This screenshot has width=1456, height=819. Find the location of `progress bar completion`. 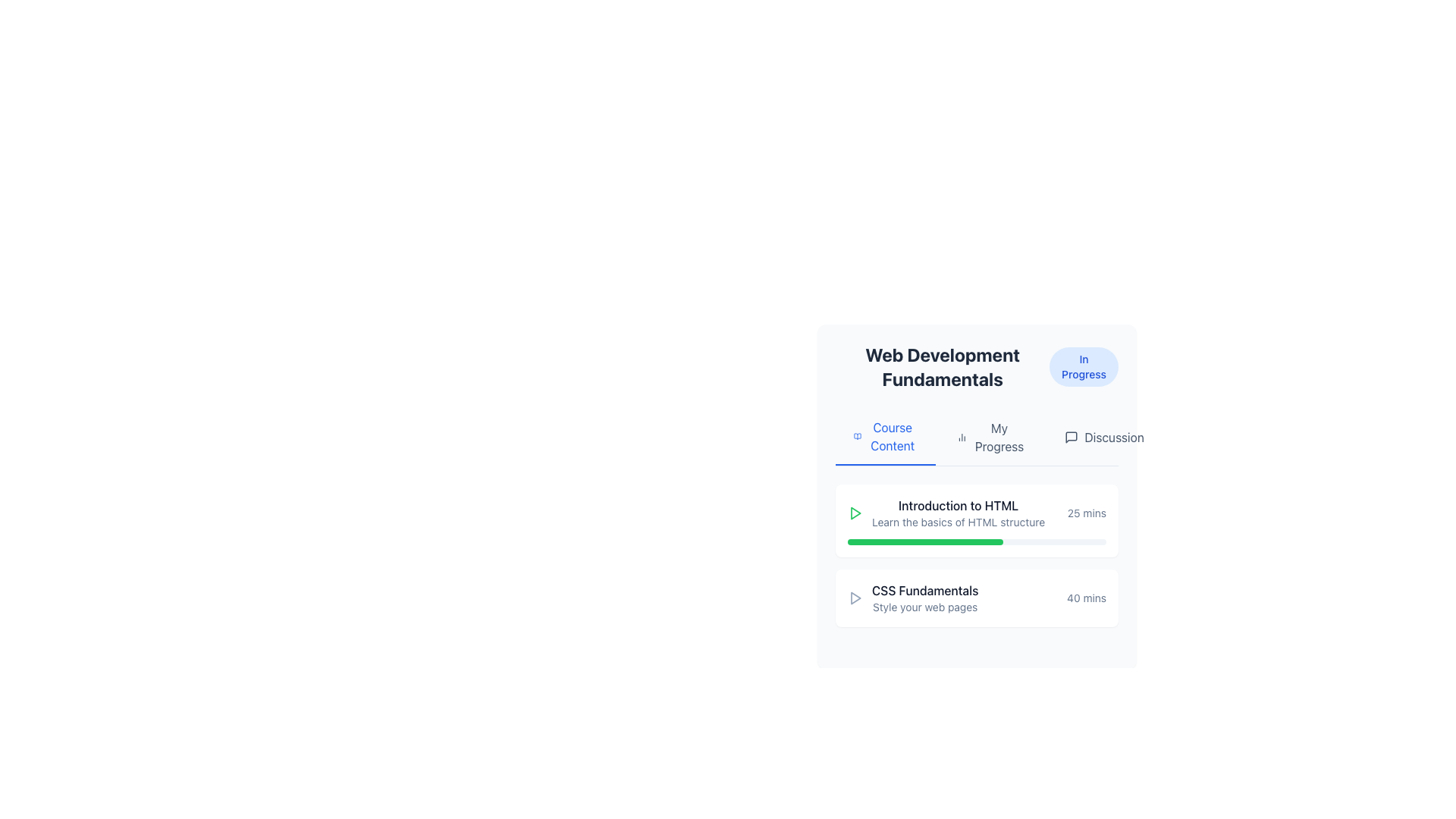

progress bar completion is located at coordinates (1090, 541).